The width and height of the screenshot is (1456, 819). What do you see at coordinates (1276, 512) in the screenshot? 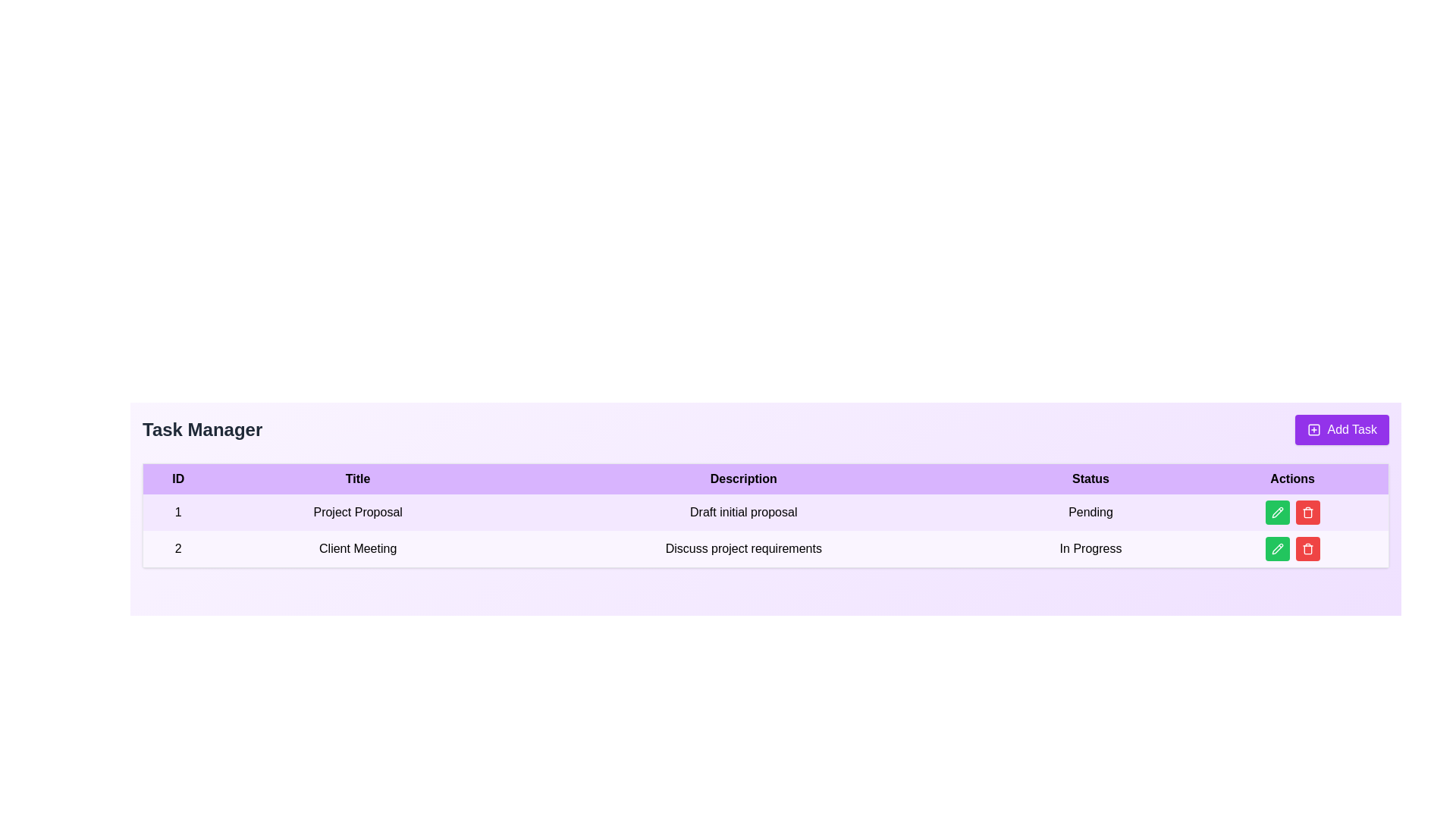
I see `the editing button located in the Actions column of the first row for the 'Project Proposal' task with status 'Pending' to initiate editing` at bounding box center [1276, 512].